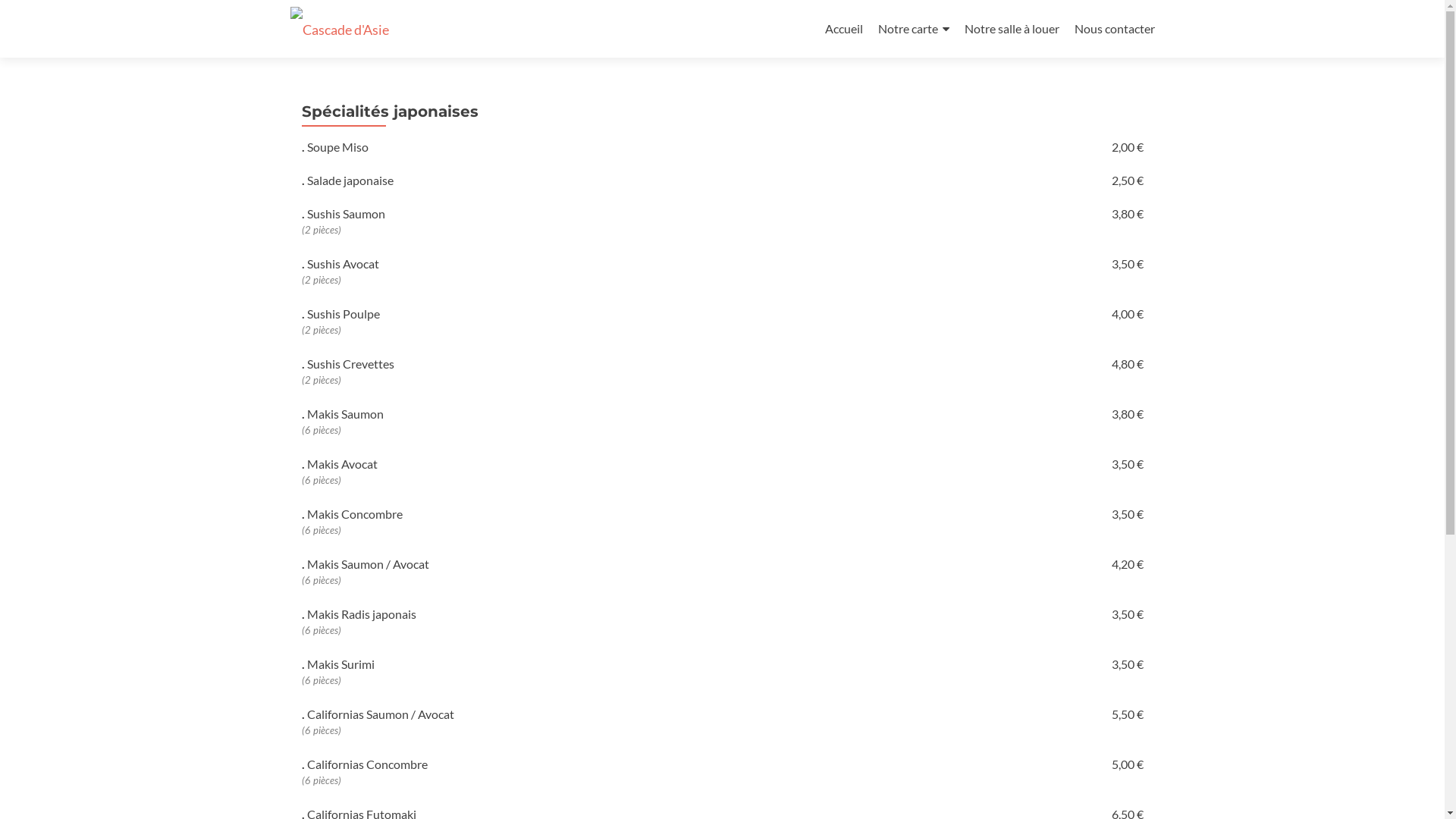  What do you see at coordinates (912, 29) in the screenshot?
I see `'Notre carte'` at bounding box center [912, 29].